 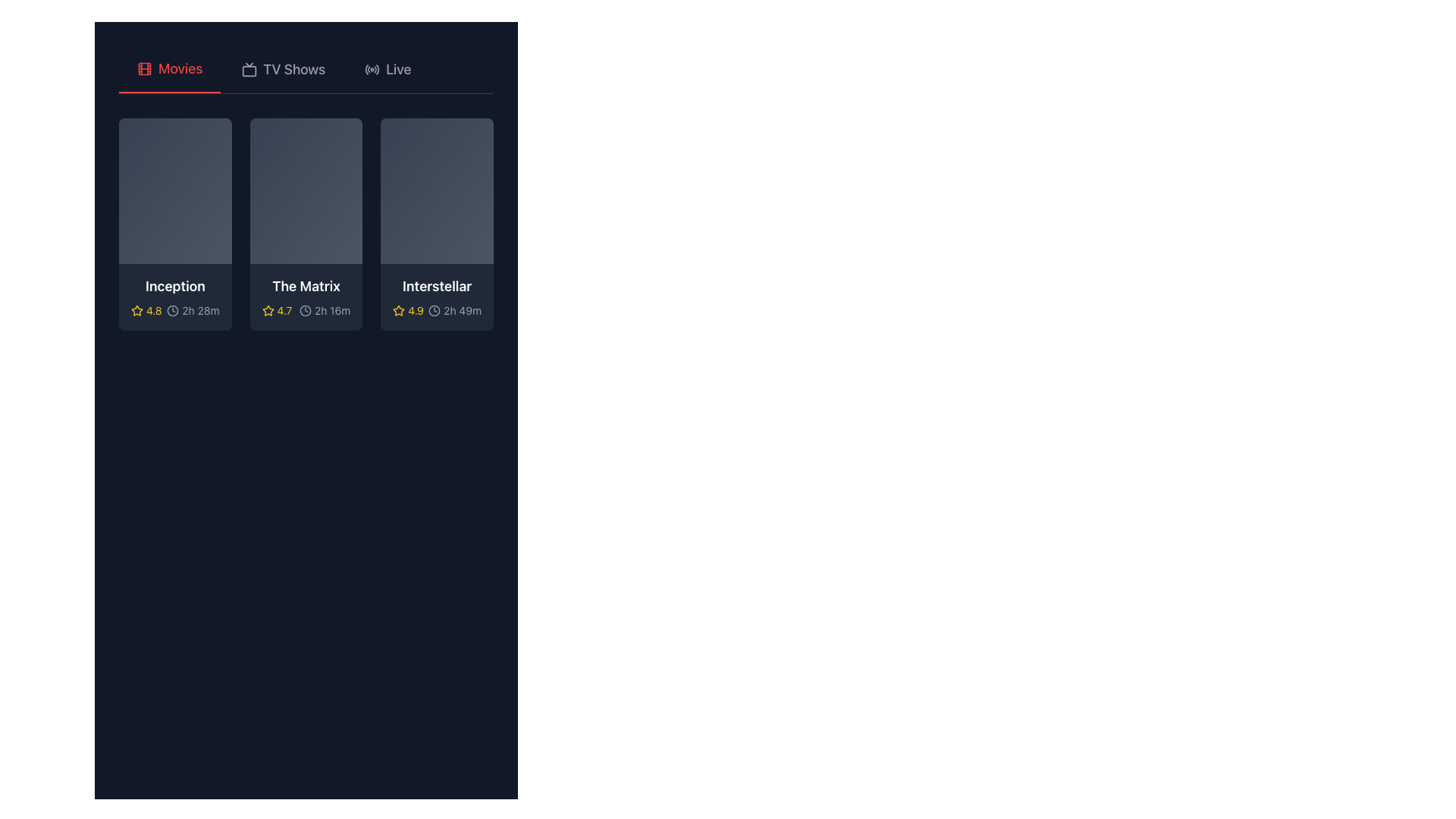 I want to click on the runtime indicator text label displaying '2h 28m' located beneath the title 'Inception' in the first column of movie cards, so click(x=175, y=309).